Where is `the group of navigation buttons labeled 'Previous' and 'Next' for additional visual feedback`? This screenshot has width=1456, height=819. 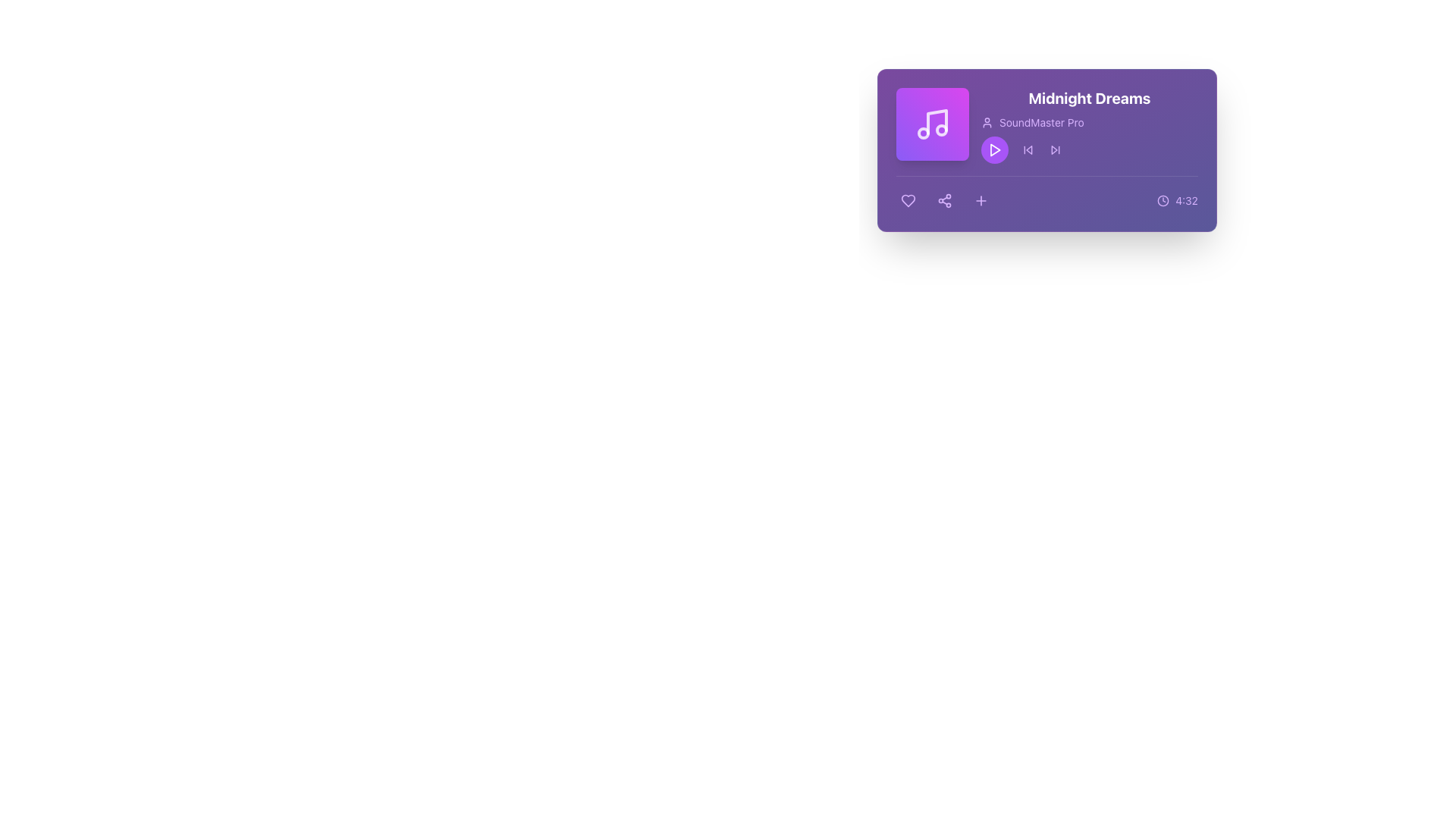 the group of navigation buttons labeled 'Previous' and 'Next' for additional visual feedback is located at coordinates (1040, 149).